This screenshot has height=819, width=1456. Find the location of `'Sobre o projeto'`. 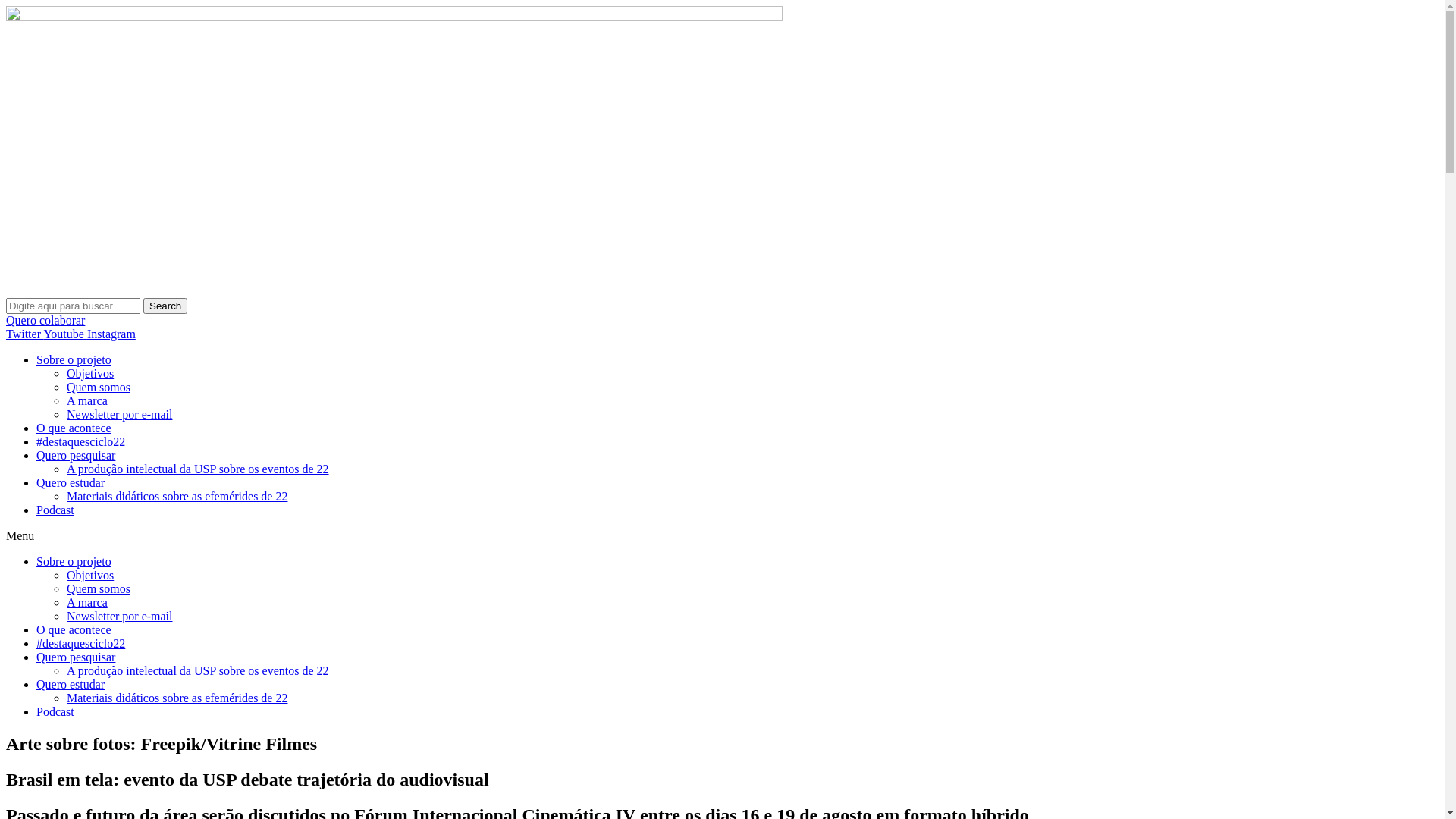

'Sobre o projeto' is located at coordinates (73, 561).